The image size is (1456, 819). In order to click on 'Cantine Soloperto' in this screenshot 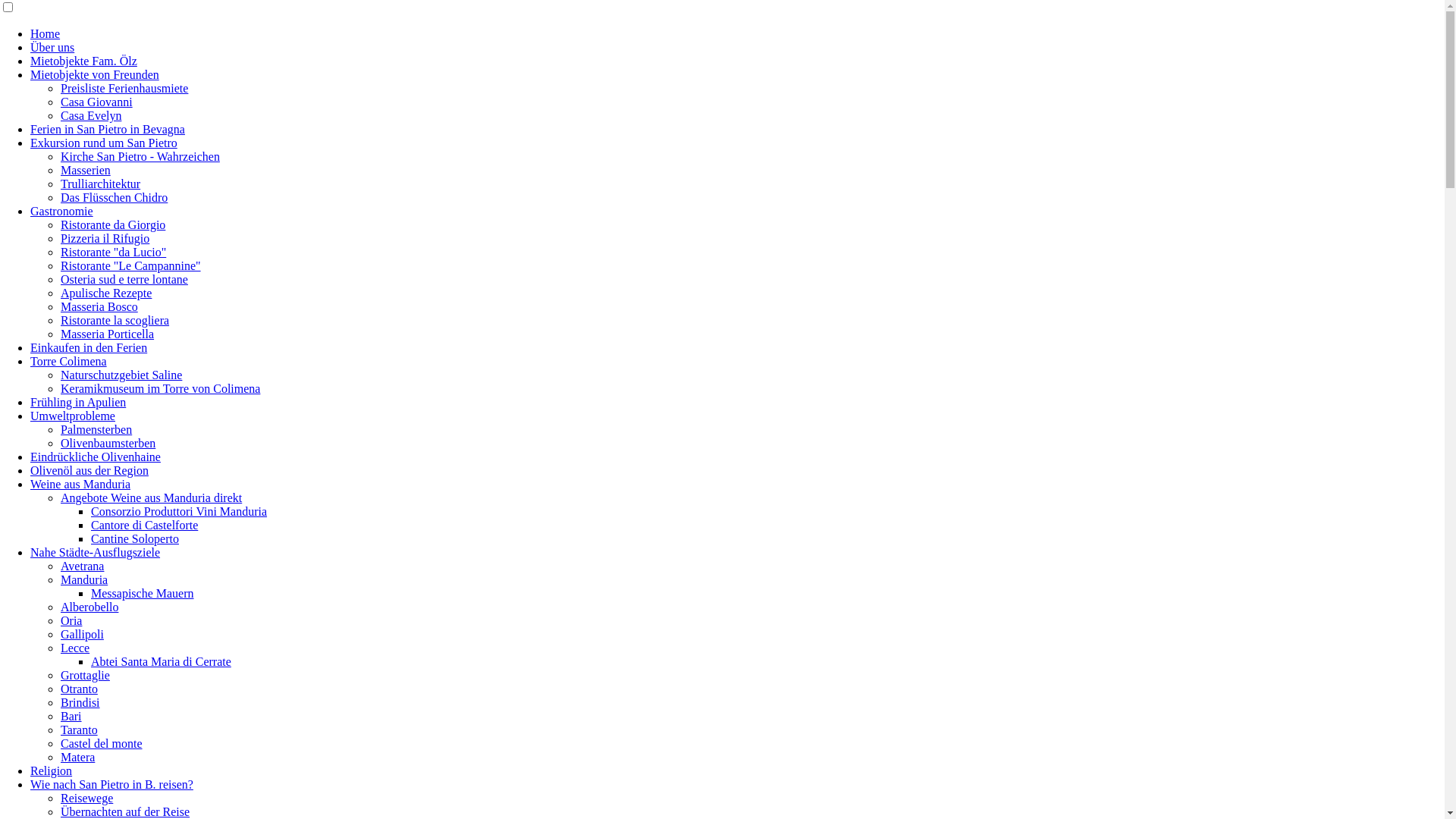, I will do `click(134, 538)`.